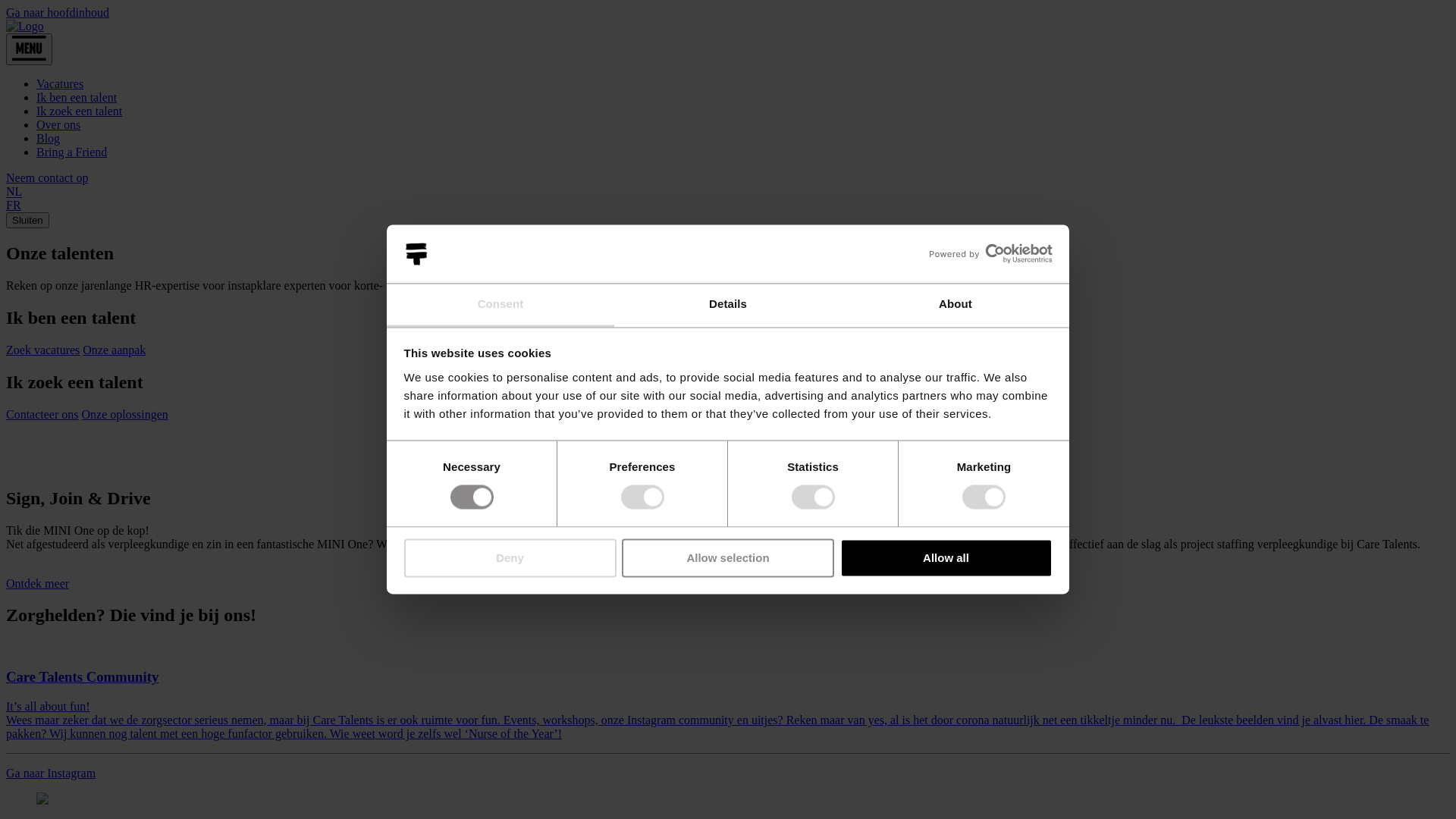 Image resolution: width=1456 pixels, height=819 pixels. I want to click on 'Allow selection', so click(728, 557).